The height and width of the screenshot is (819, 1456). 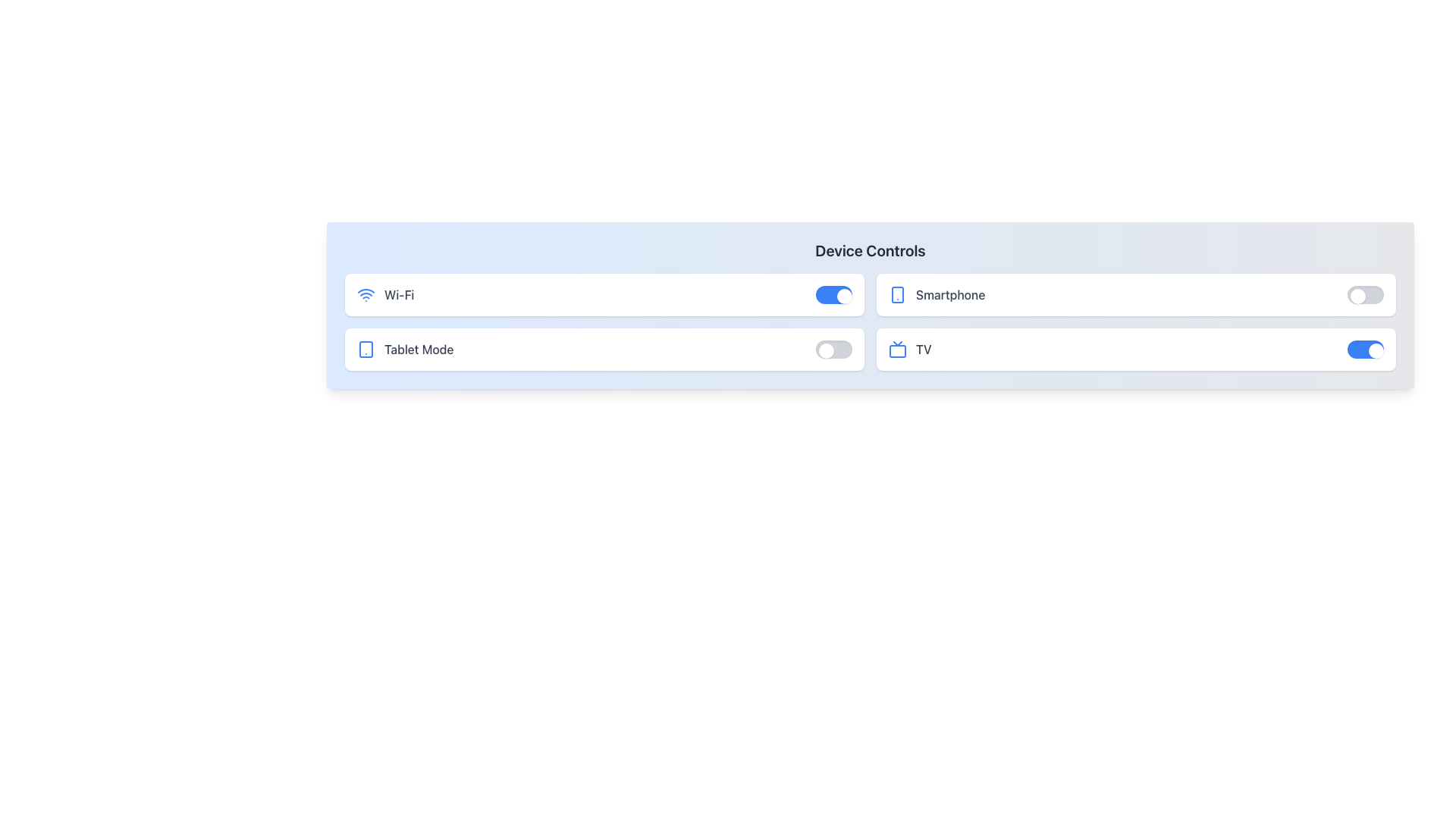 I want to click on the toggle switch that enables or disables the 'TV' functionality located in the 'Device Controls' section, specifically in the third row, so click(x=1365, y=350).